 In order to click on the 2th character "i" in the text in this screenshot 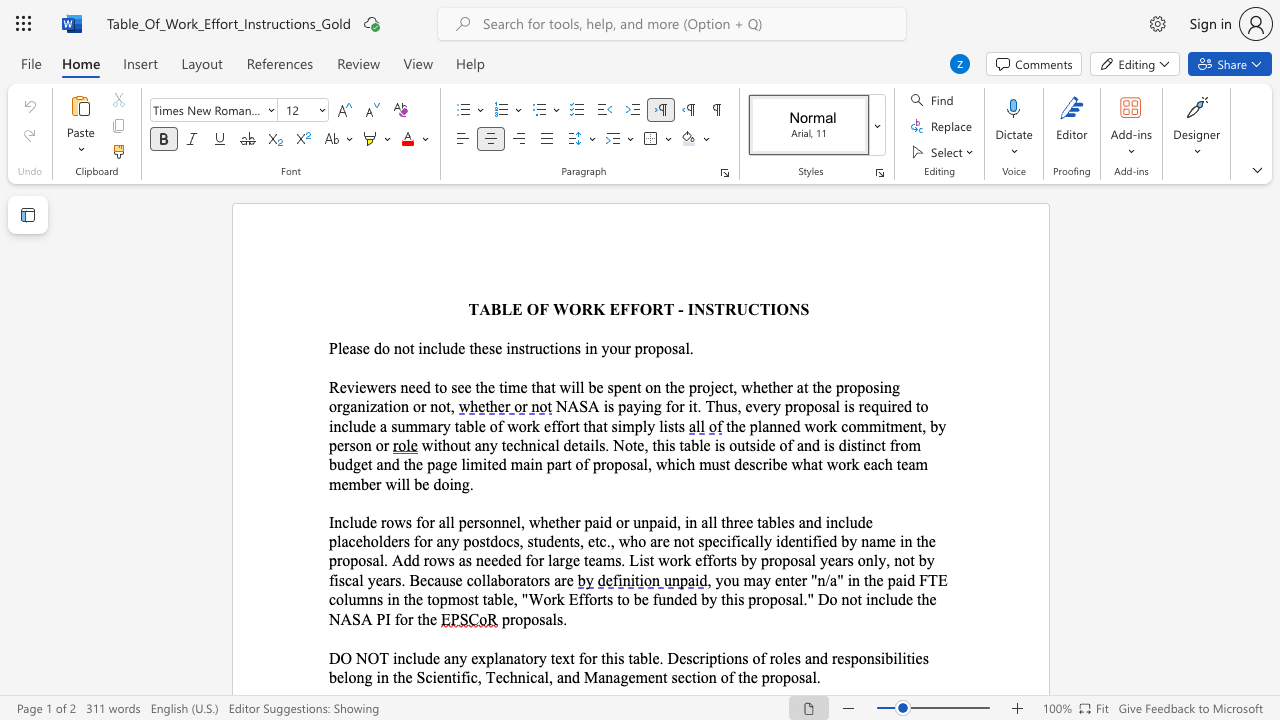, I will do `click(619, 425)`.